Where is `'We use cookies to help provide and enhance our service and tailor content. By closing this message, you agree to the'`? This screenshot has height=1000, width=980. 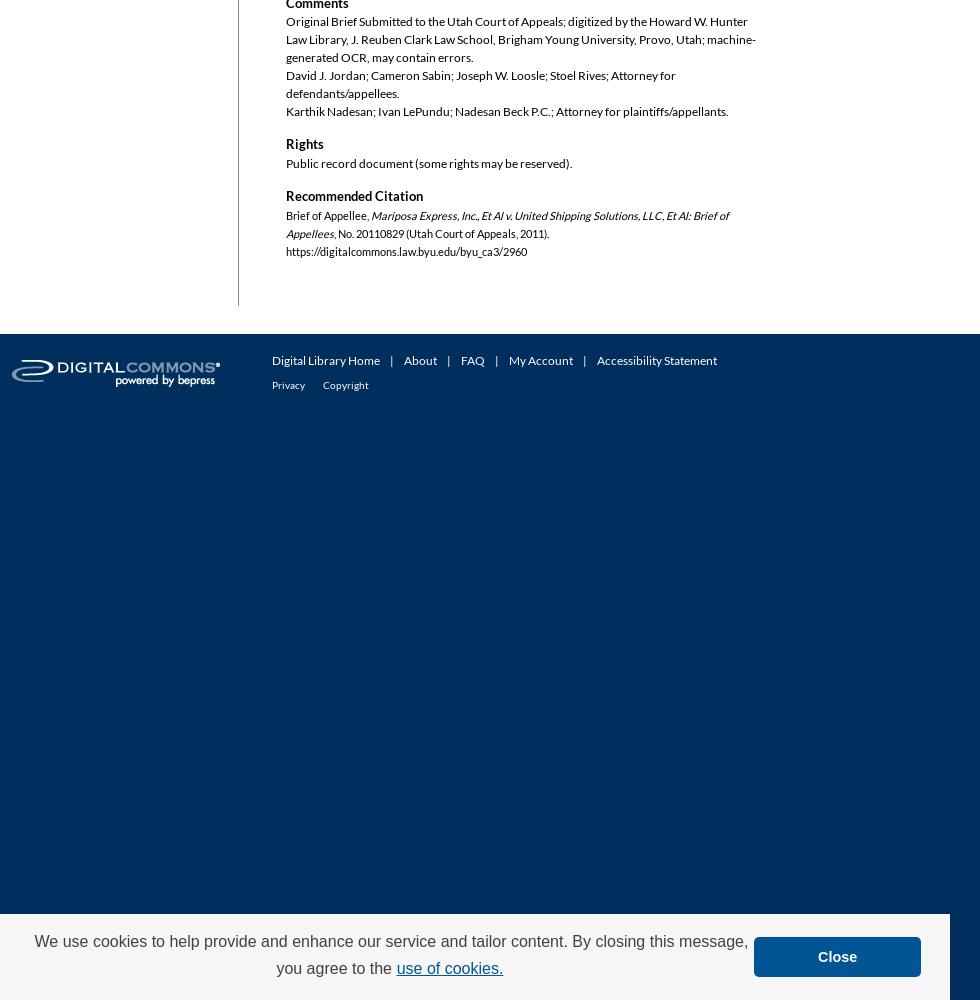 'We use cookies to help provide and enhance our service and tailor content. By closing this message, you agree to the' is located at coordinates (391, 953).